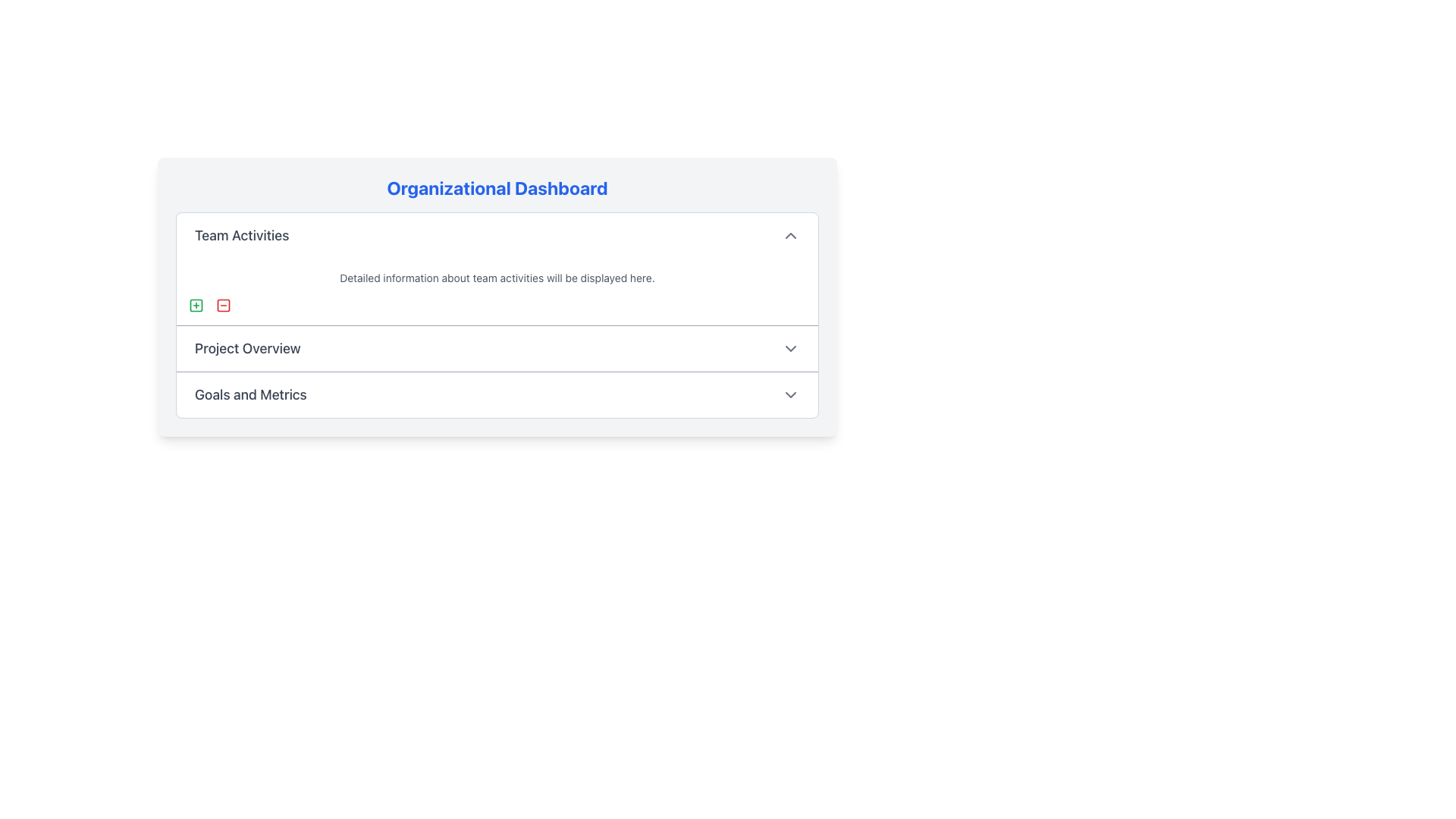 This screenshot has width=1456, height=819. What do you see at coordinates (497, 268) in the screenshot?
I see `text from the first section that displays information related to team activities, positioned above 'Project Overview' and 'Goals and Metrics'` at bounding box center [497, 268].